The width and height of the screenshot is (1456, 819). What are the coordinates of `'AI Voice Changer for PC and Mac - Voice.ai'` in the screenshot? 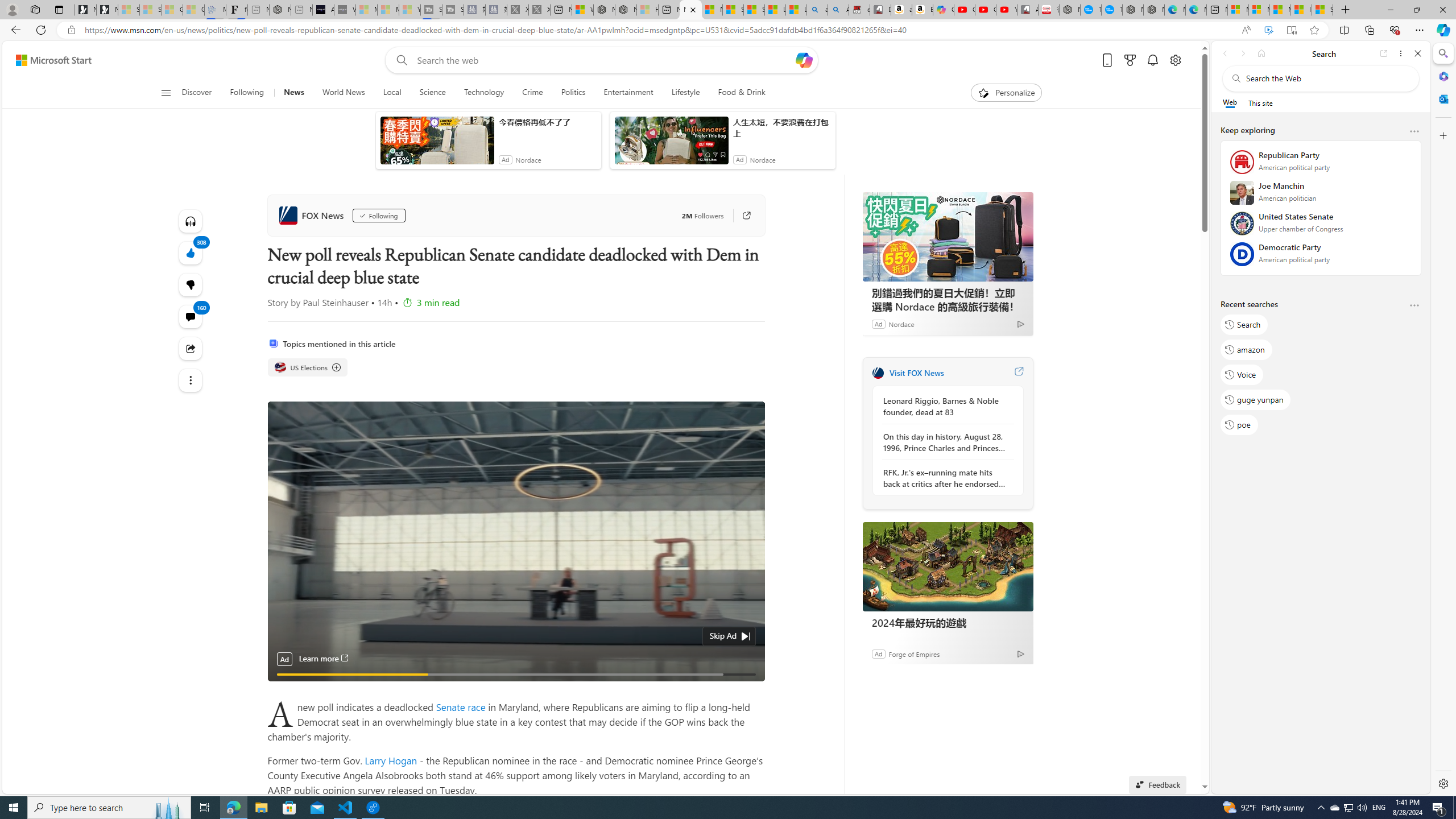 It's located at (322, 9).